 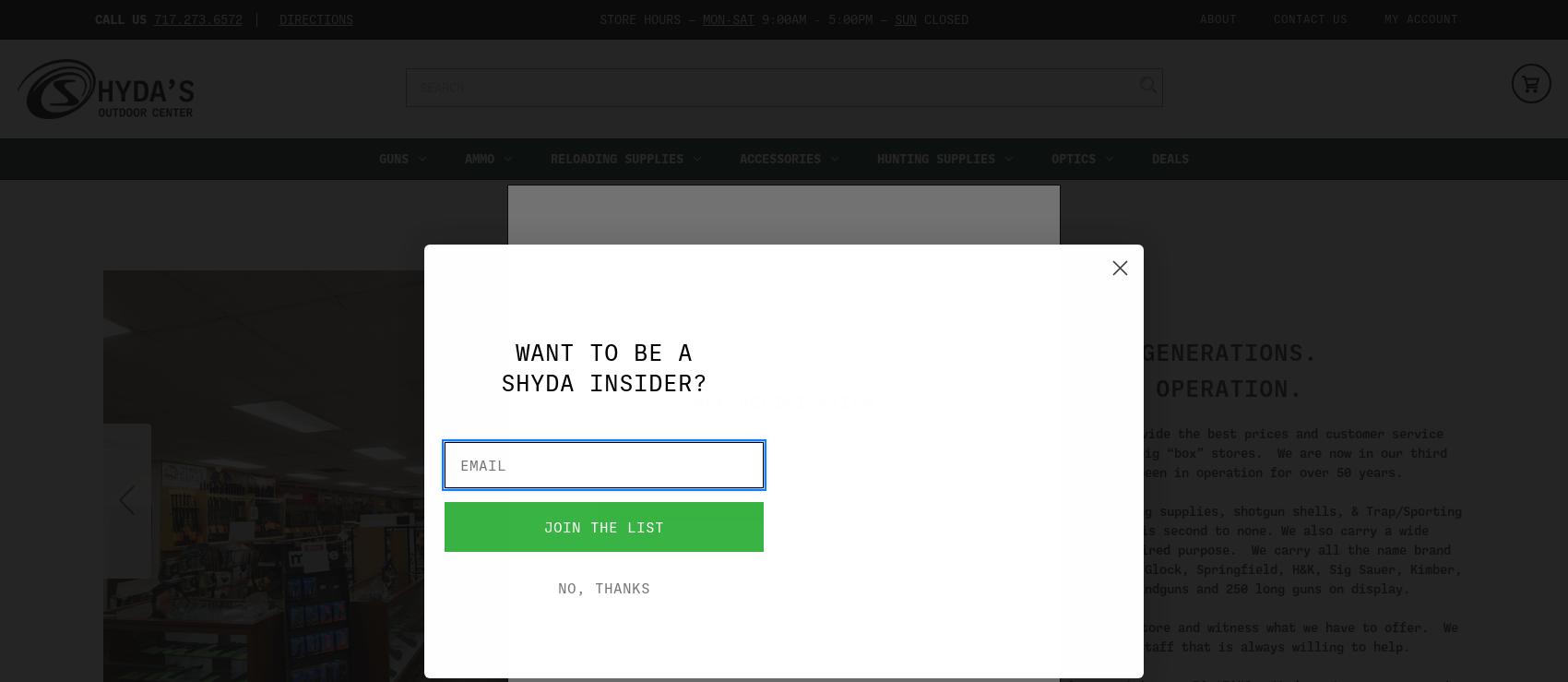 What do you see at coordinates (1169, 158) in the screenshot?
I see `'DEALS'` at bounding box center [1169, 158].